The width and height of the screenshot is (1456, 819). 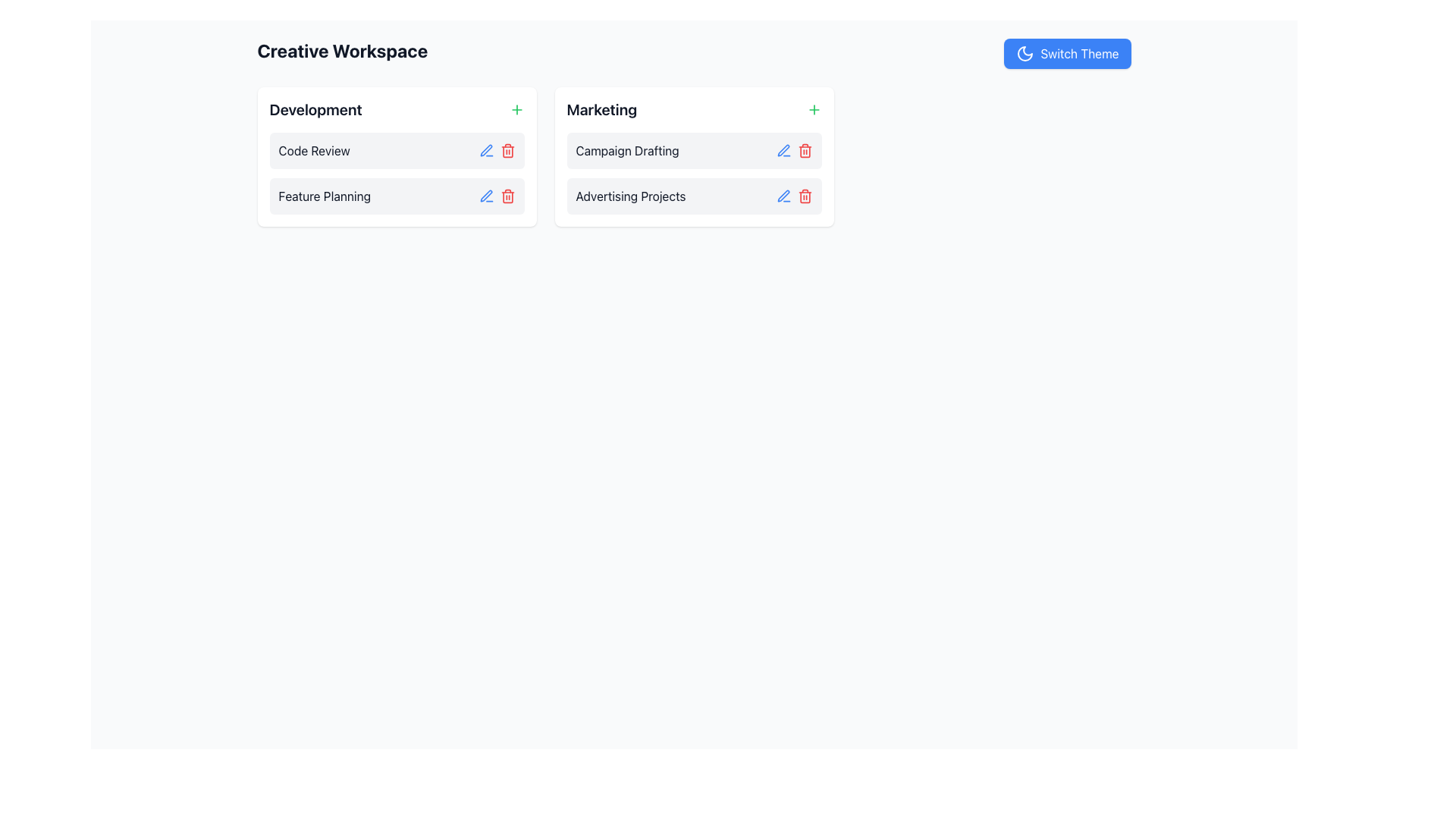 I want to click on the green plus icon button located to the far right of the 'Development' header text, so click(x=516, y=109).